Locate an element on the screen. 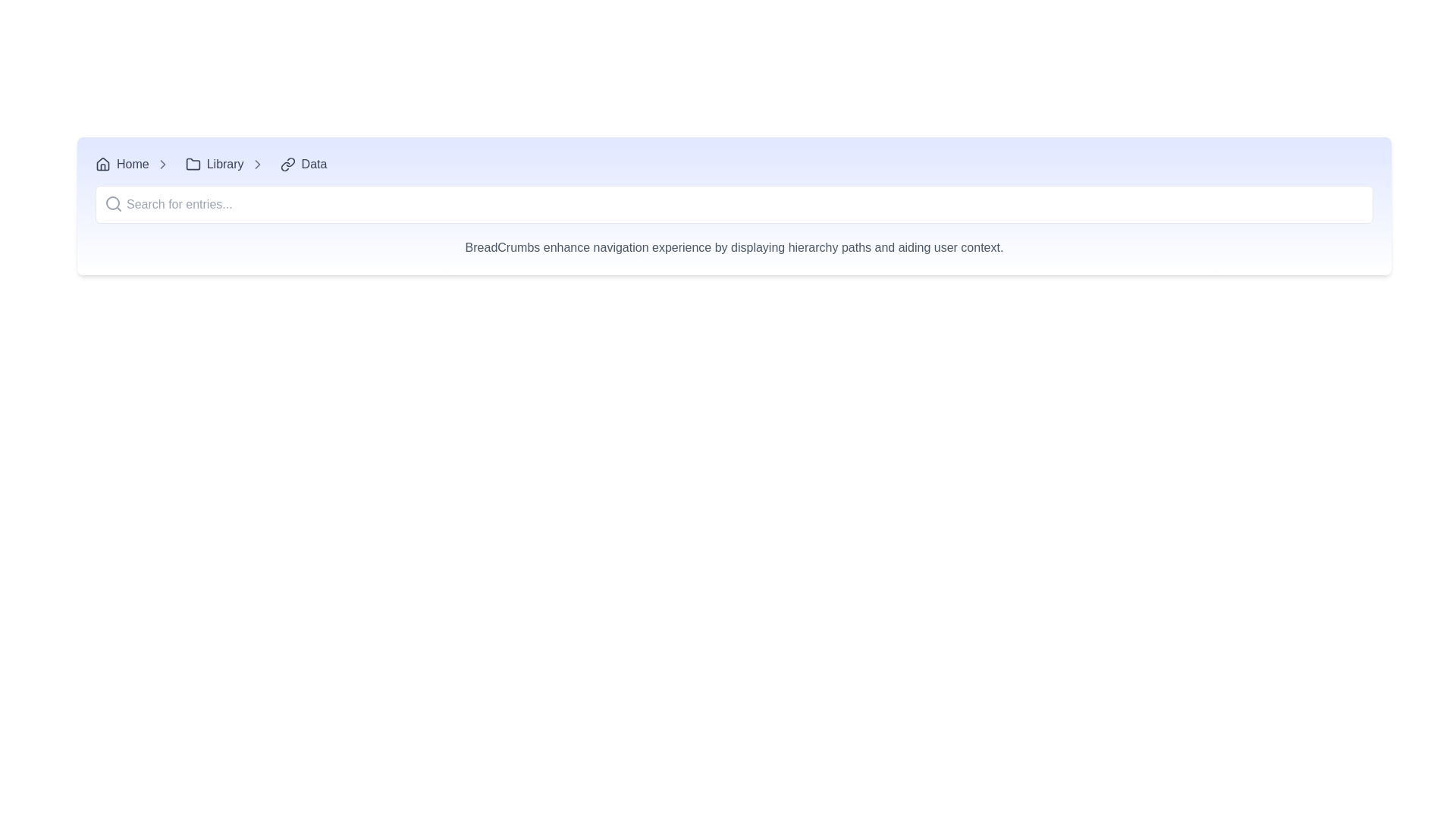  the 'Library' breadcrumb navigation item, which is the second item is located at coordinates (227, 164).